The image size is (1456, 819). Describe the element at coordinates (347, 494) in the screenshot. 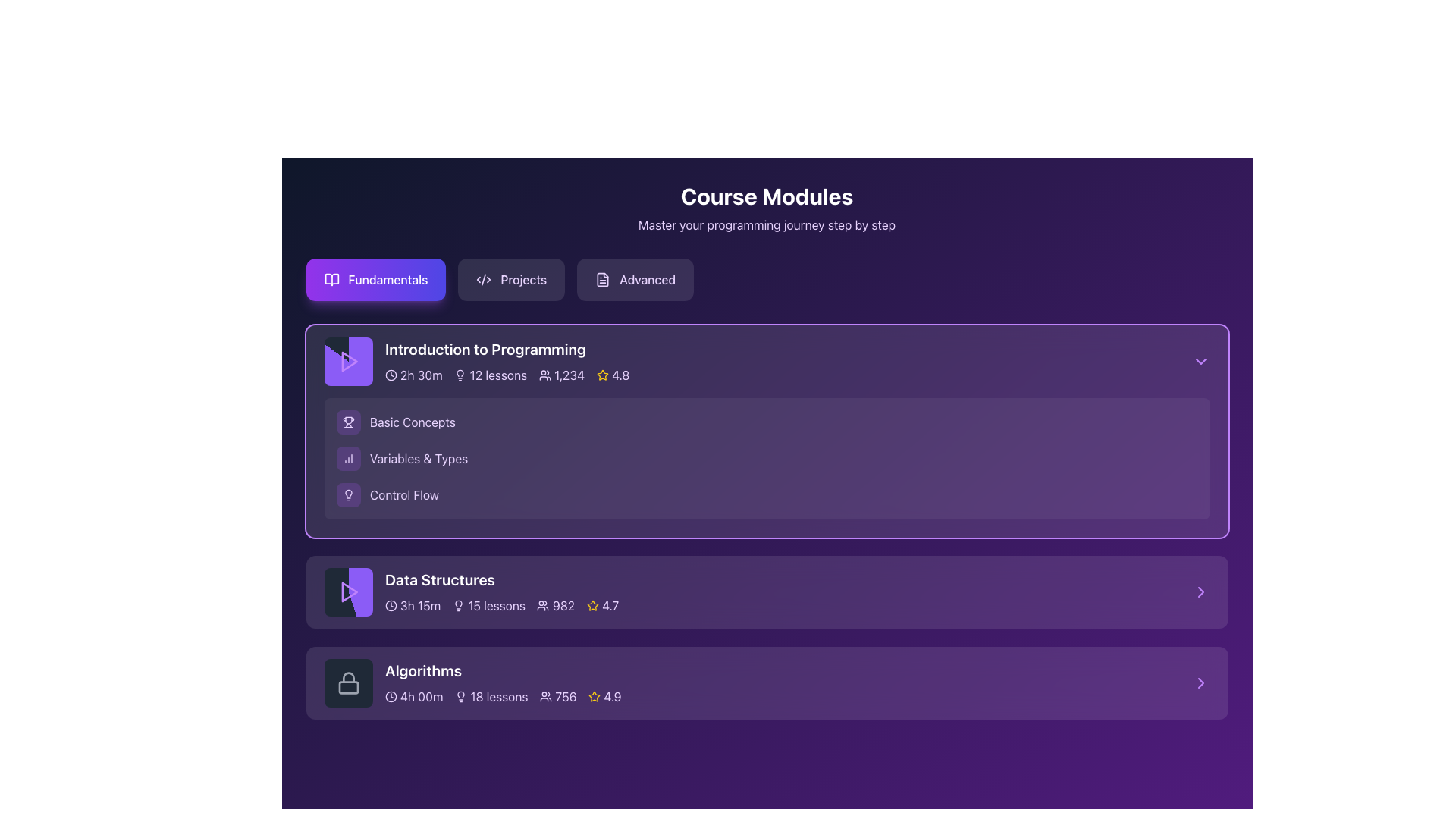

I see `the small square-shaped icon with a purple background featuring a lightbulb graphic, located in the 'Control Flow' section of the 'Introduction to Programming' module` at that location.